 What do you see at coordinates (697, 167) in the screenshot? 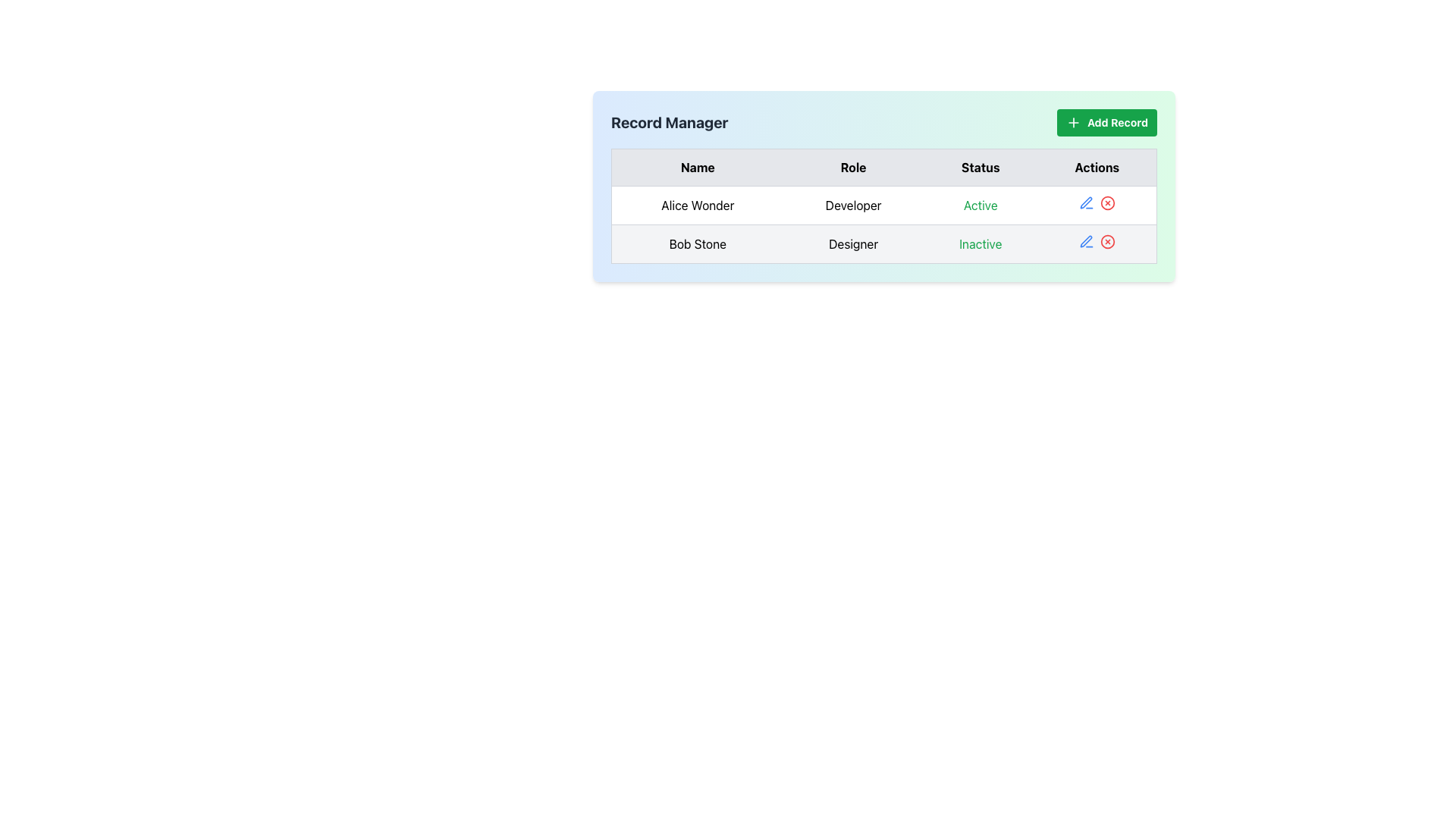
I see `the text label displaying 'Name' in bold black font, which is the first column header in a row of four headers` at bounding box center [697, 167].